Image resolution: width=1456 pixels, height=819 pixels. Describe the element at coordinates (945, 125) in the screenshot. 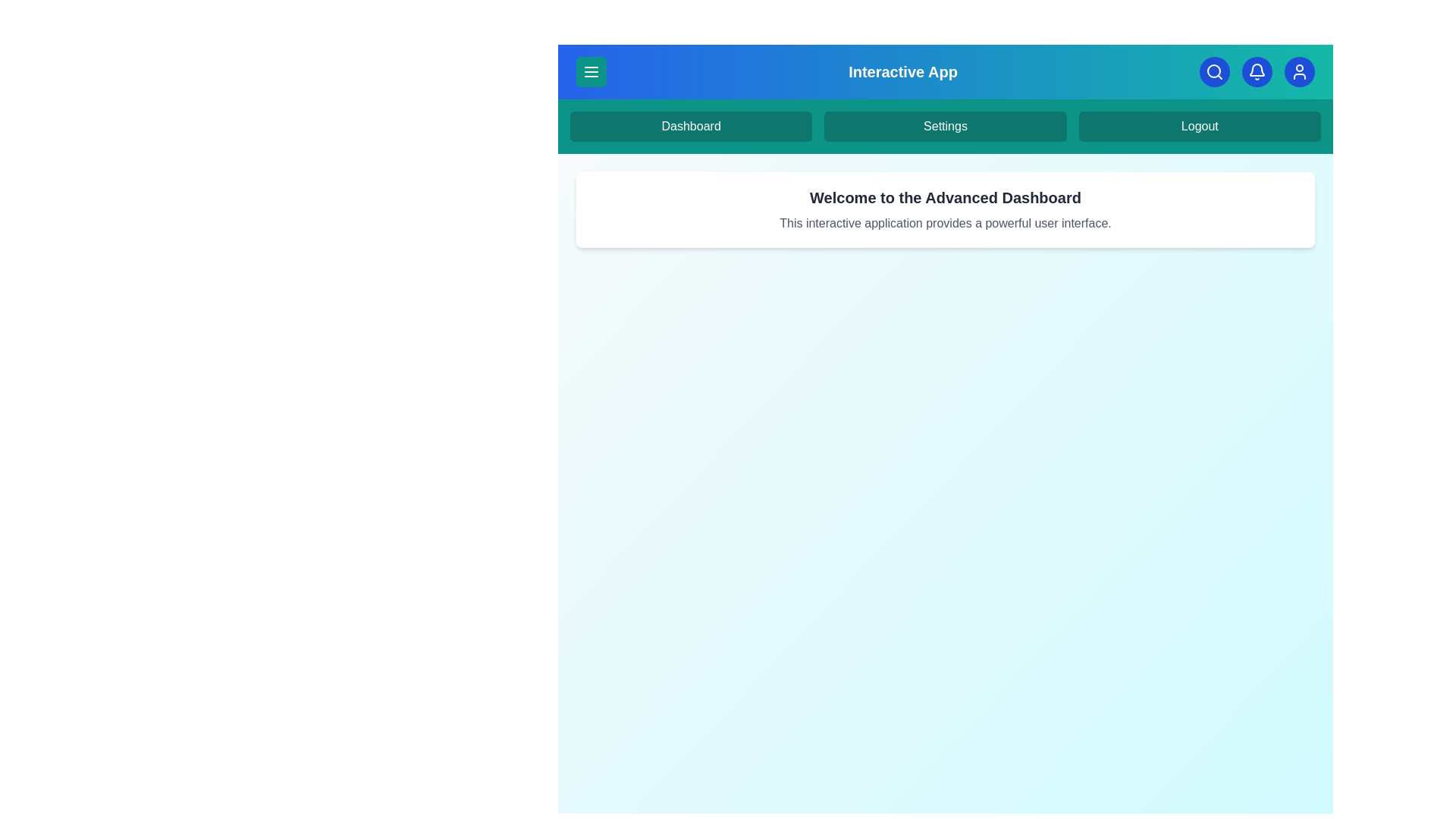

I see `the 'Settings' option in the navigation menu` at that location.